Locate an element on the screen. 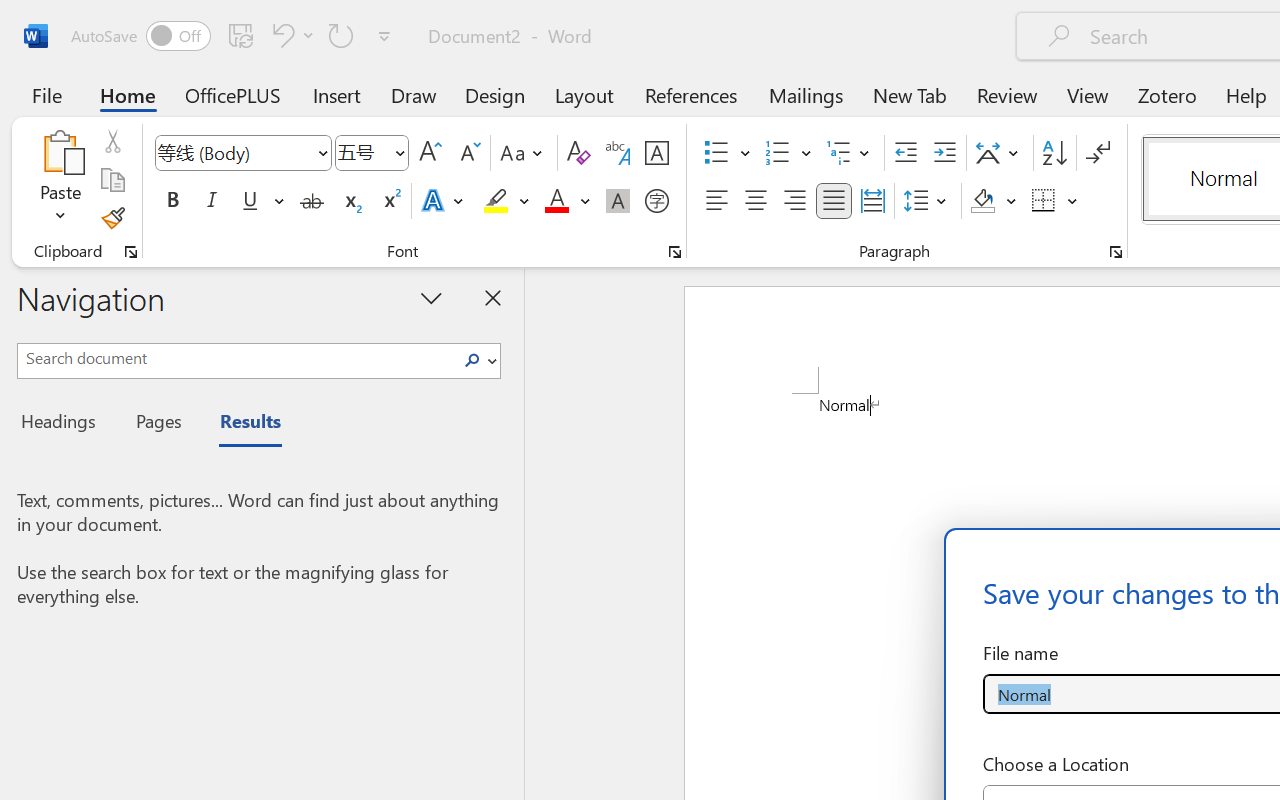  'Search' is located at coordinates (477, 360).